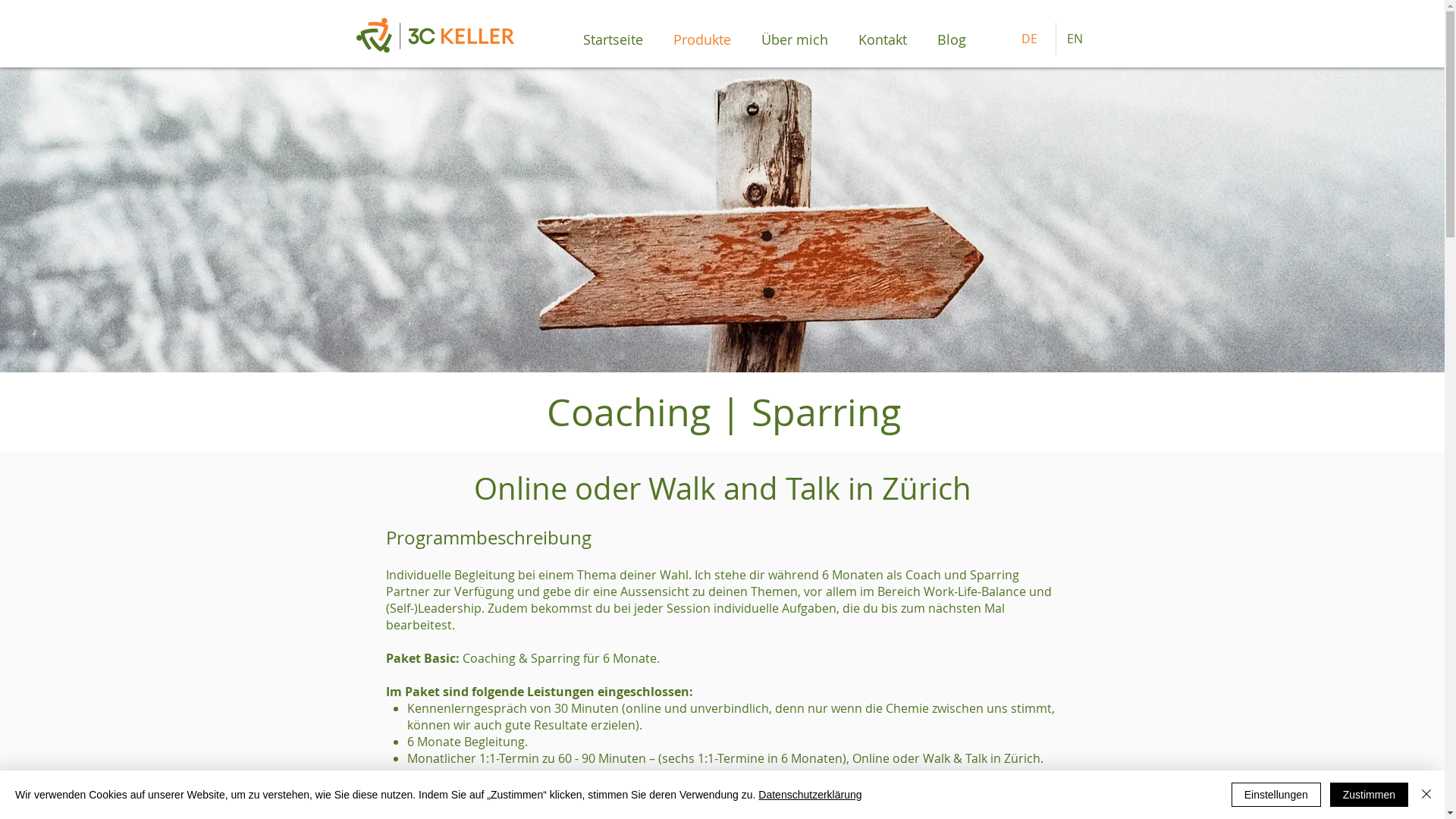  What do you see at coordinates (1369, 794) in the screenshot?
I see `'Zustimmen'` at bounding box center [1369, 794].